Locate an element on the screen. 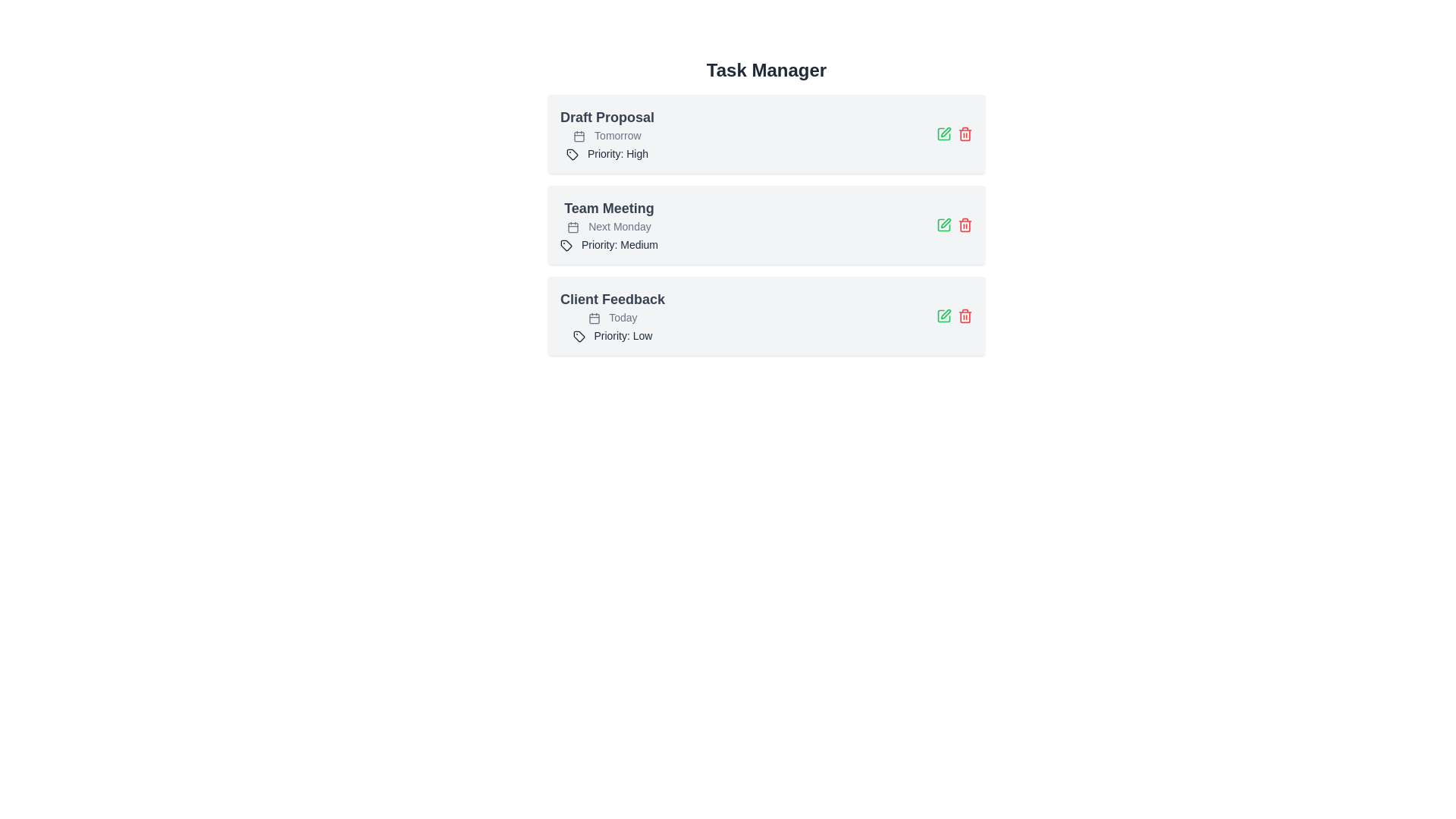 This screenshot has width=1456, height=819. the green pen icon button located to the right of the 'Team Meeting' task in the task list is located at coordinates (943, 225).